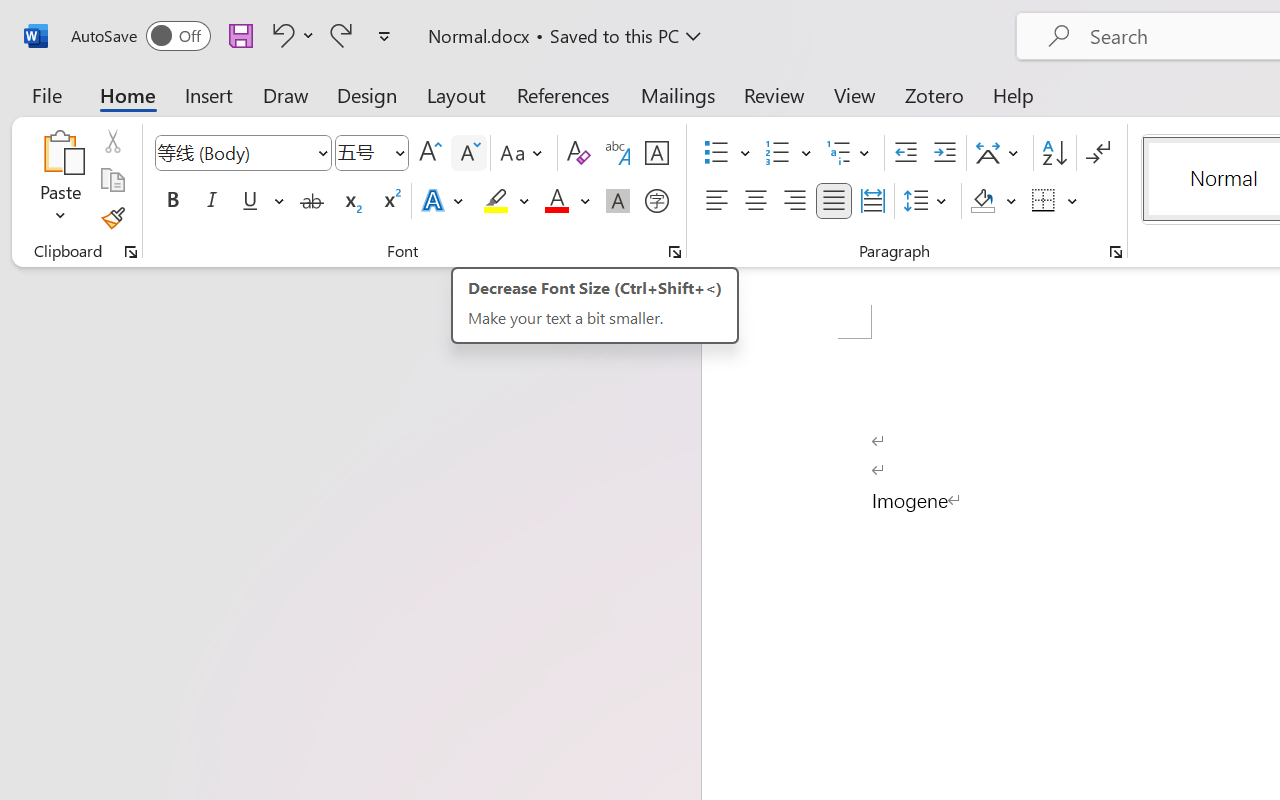 The width and height of the screenshot is (1280, 800). What do you see at coordinates (755, 201) in the screenshot?
I see `'Center'` at bounding box center [755, 201].